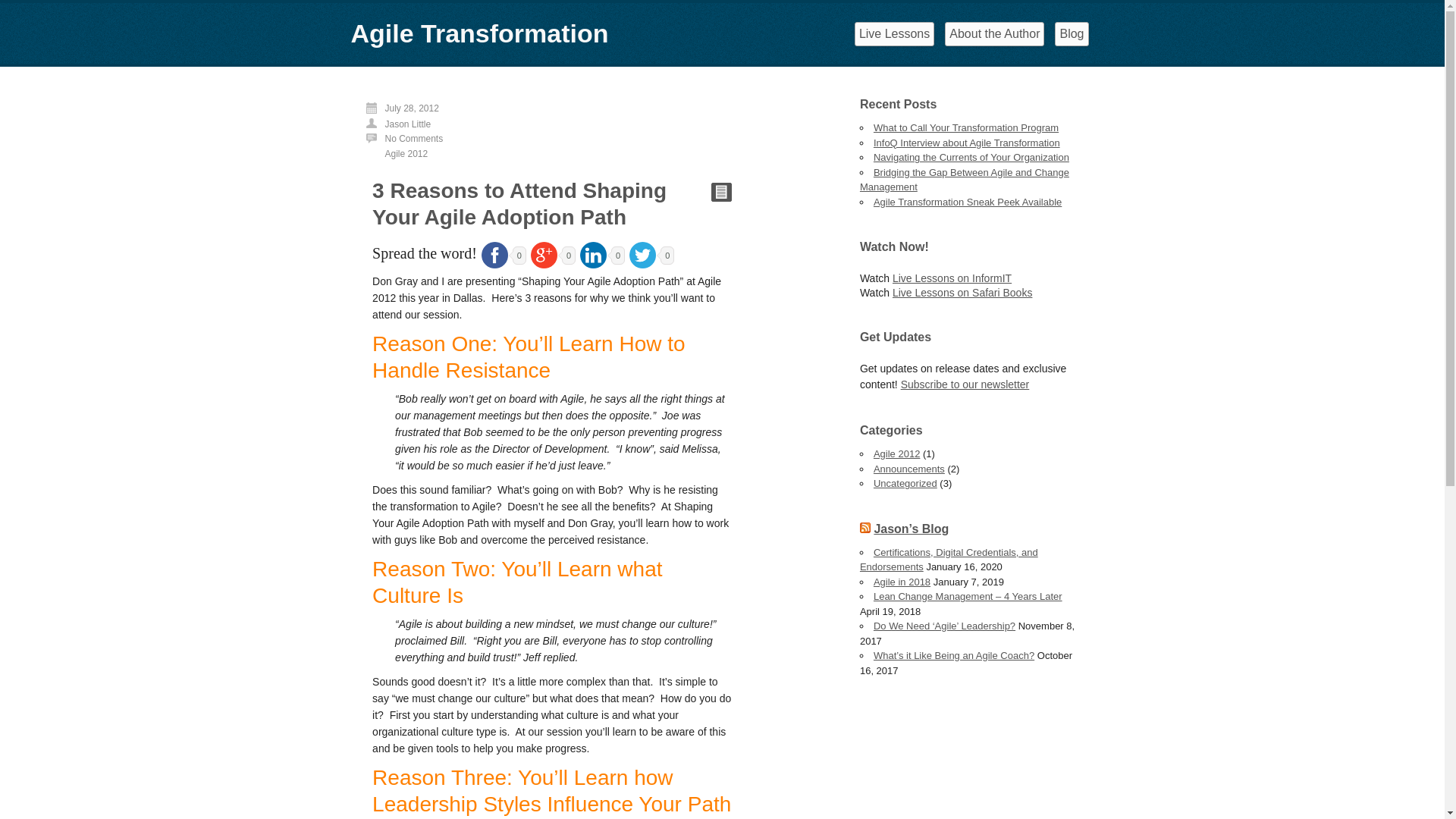 This screenshot has width=1456, height=819. What do you see at coordinates (971, 157) in the screenshot?
I see `'Navigating the Currents of Your Organization'` at bounding box center [971, 157].